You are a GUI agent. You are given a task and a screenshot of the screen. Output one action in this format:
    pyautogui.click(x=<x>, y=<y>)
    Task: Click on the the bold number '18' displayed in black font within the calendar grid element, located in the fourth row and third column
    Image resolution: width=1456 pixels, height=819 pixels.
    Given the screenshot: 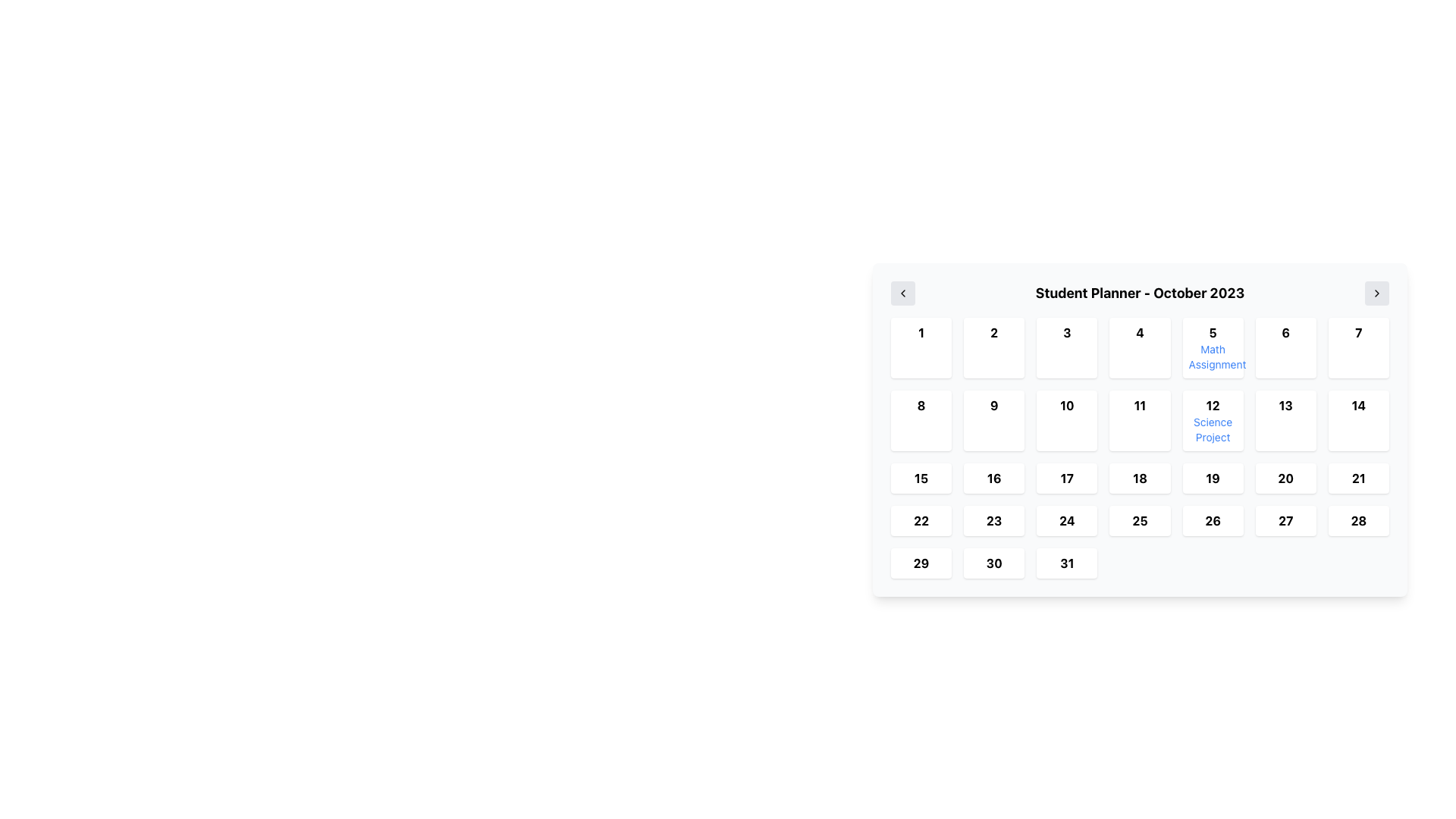 What is the action you would take?
    pyautogui.click(x=1140, y=479)
    